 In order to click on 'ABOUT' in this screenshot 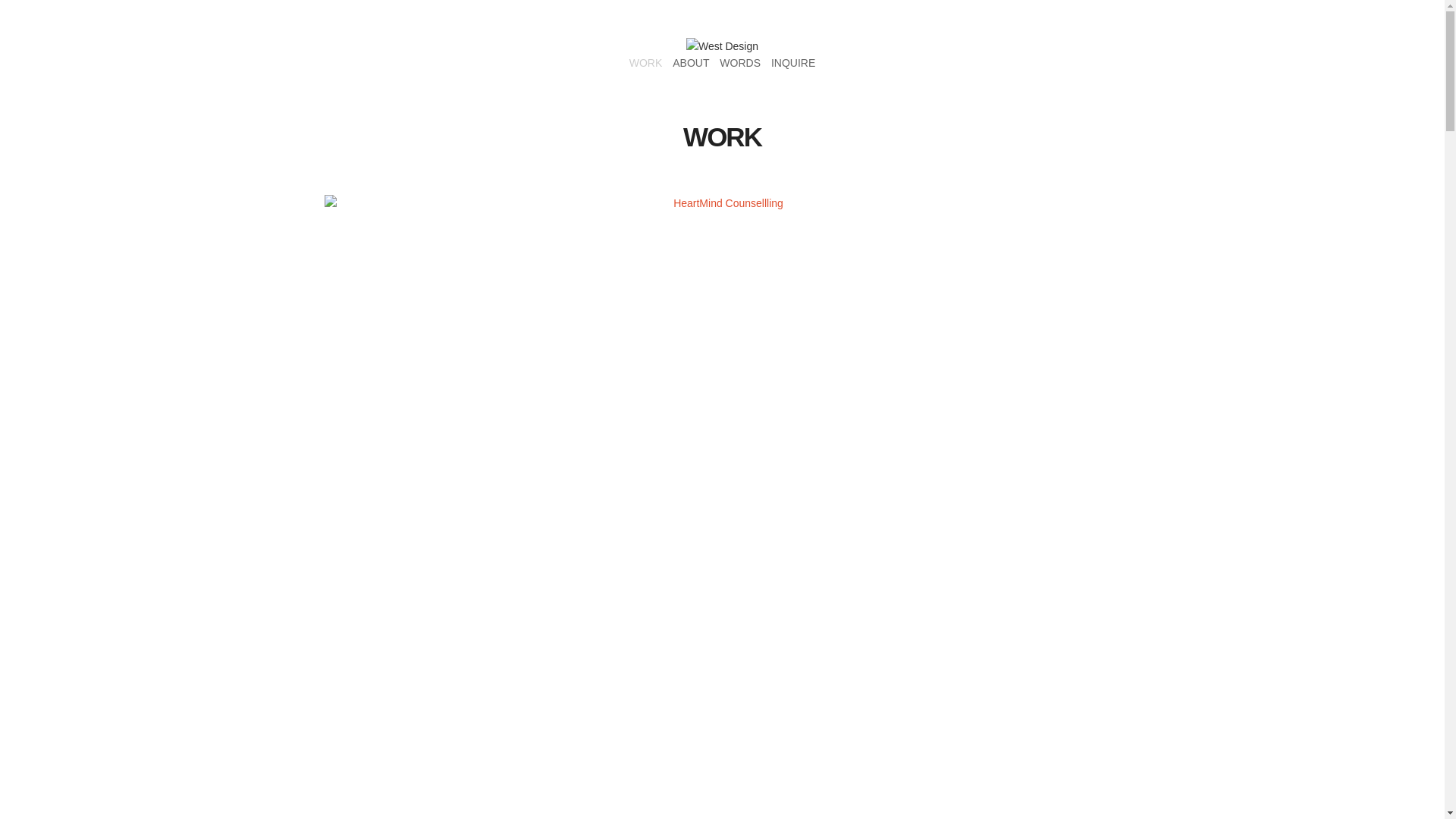, I will do `click(690, 62)`.